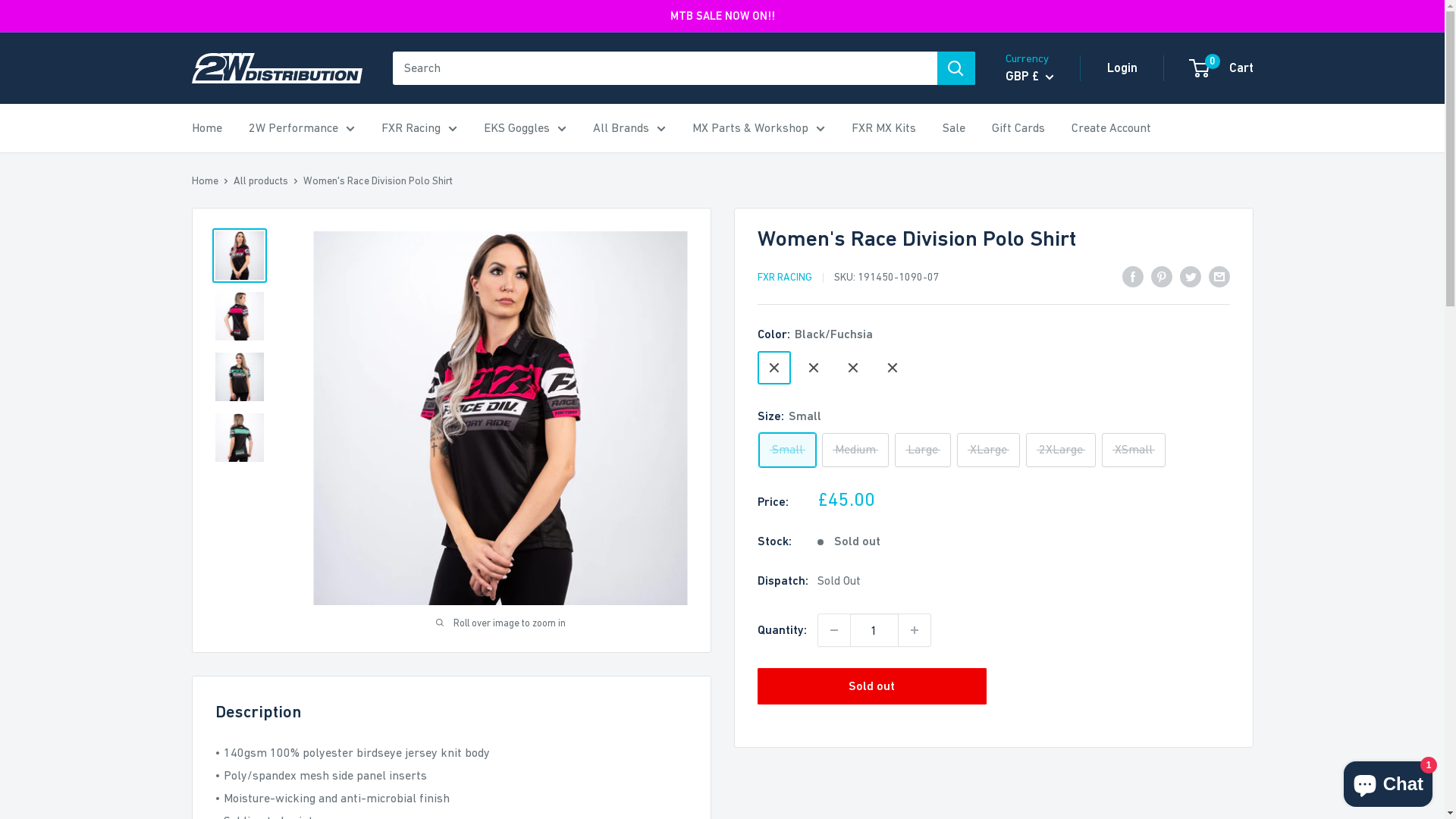  I want to click on 'EKS Goggles', so click(525, 127).